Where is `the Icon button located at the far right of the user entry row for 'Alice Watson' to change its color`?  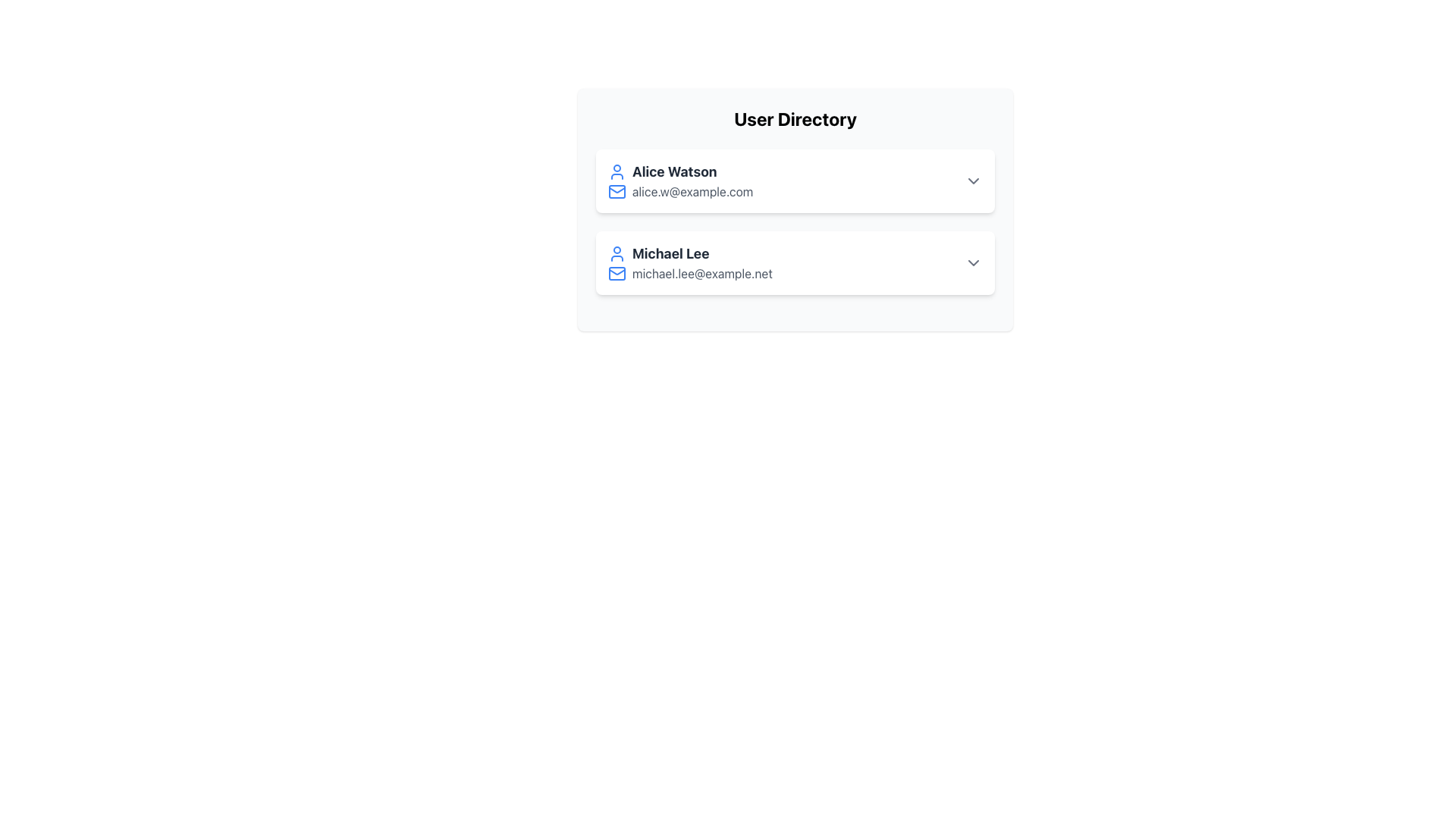 the Icon button located at the far right of the user entry row for 'Alice Watson' to change its color is located at coordinates (973, 180).